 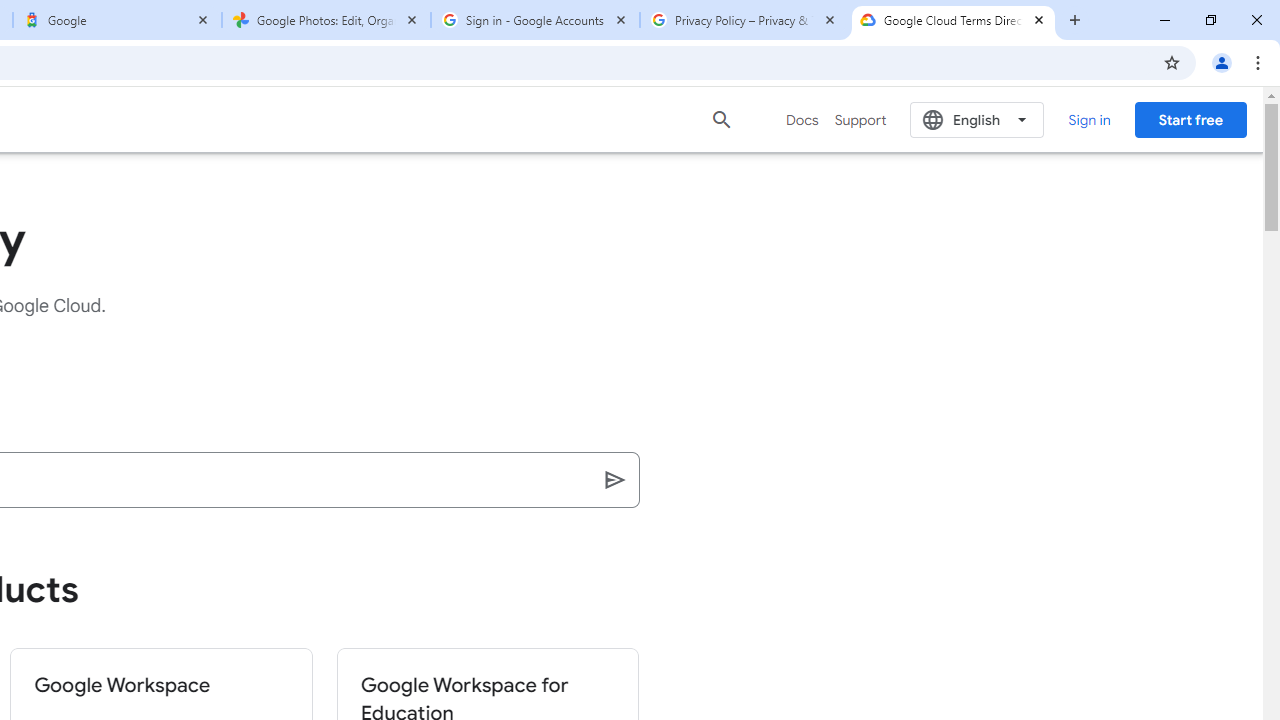 What do you see at coordinates (116, 20) in the screenshot?
I see `'Google'` at bounding box center [116, 20].